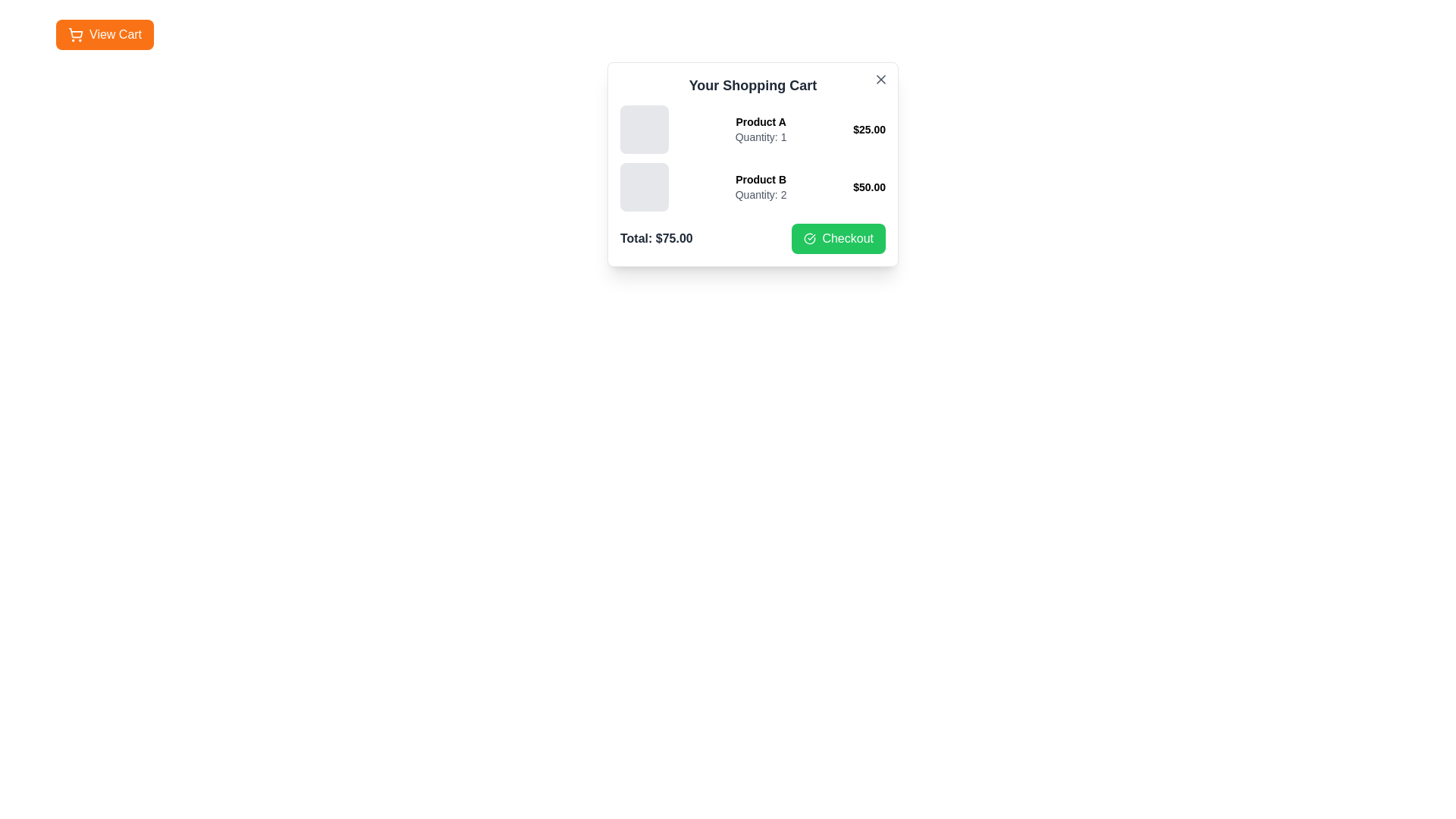 The image size is (1456, 819). I want to click on the shopping cart icon located within the 'View Cart' button in the upper-left corner of the interface, so click(75, 34).